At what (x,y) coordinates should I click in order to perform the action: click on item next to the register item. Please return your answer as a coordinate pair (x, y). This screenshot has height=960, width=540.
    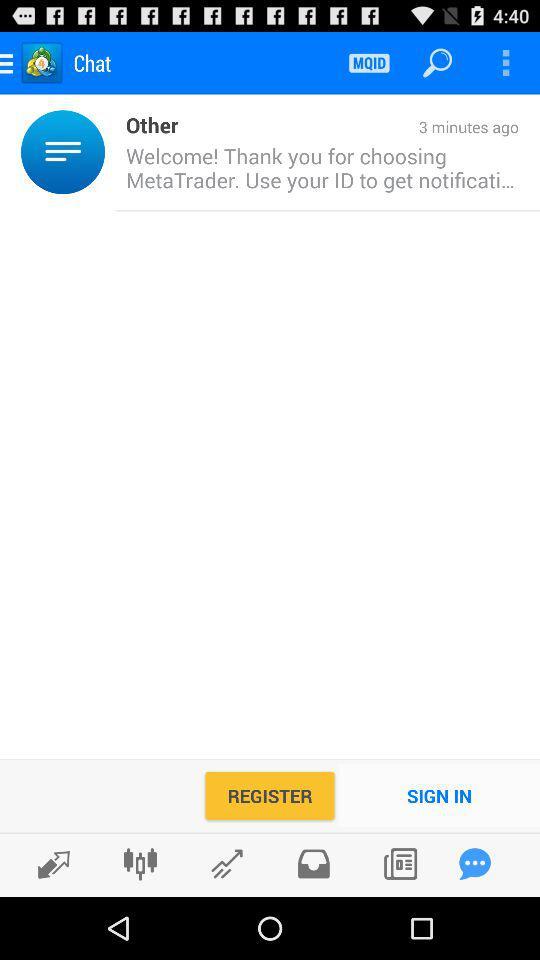
    Looking at the image, I should click on (438, 795).